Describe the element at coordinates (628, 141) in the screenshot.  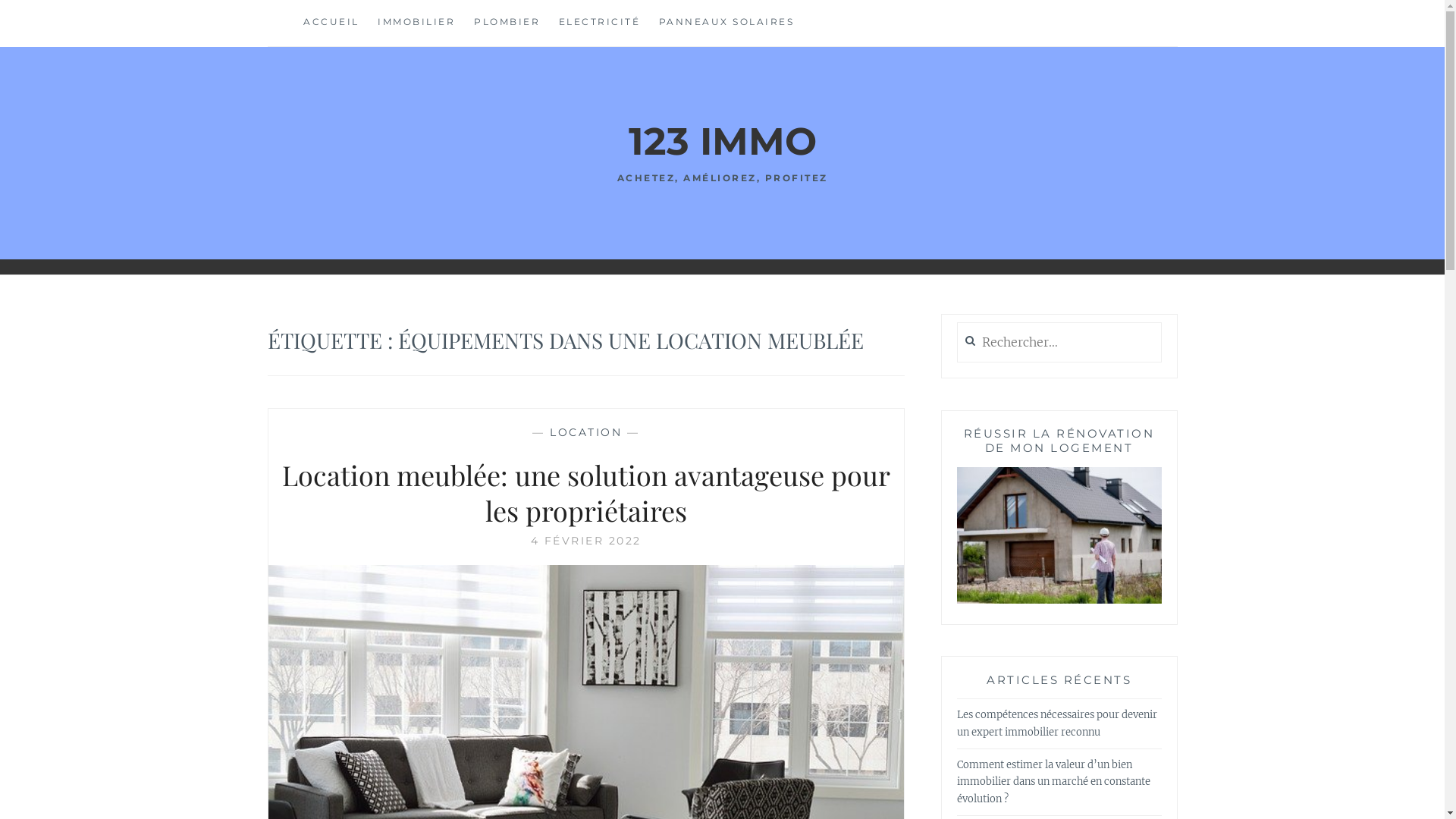
I see `'123 IMMO'` at that location.